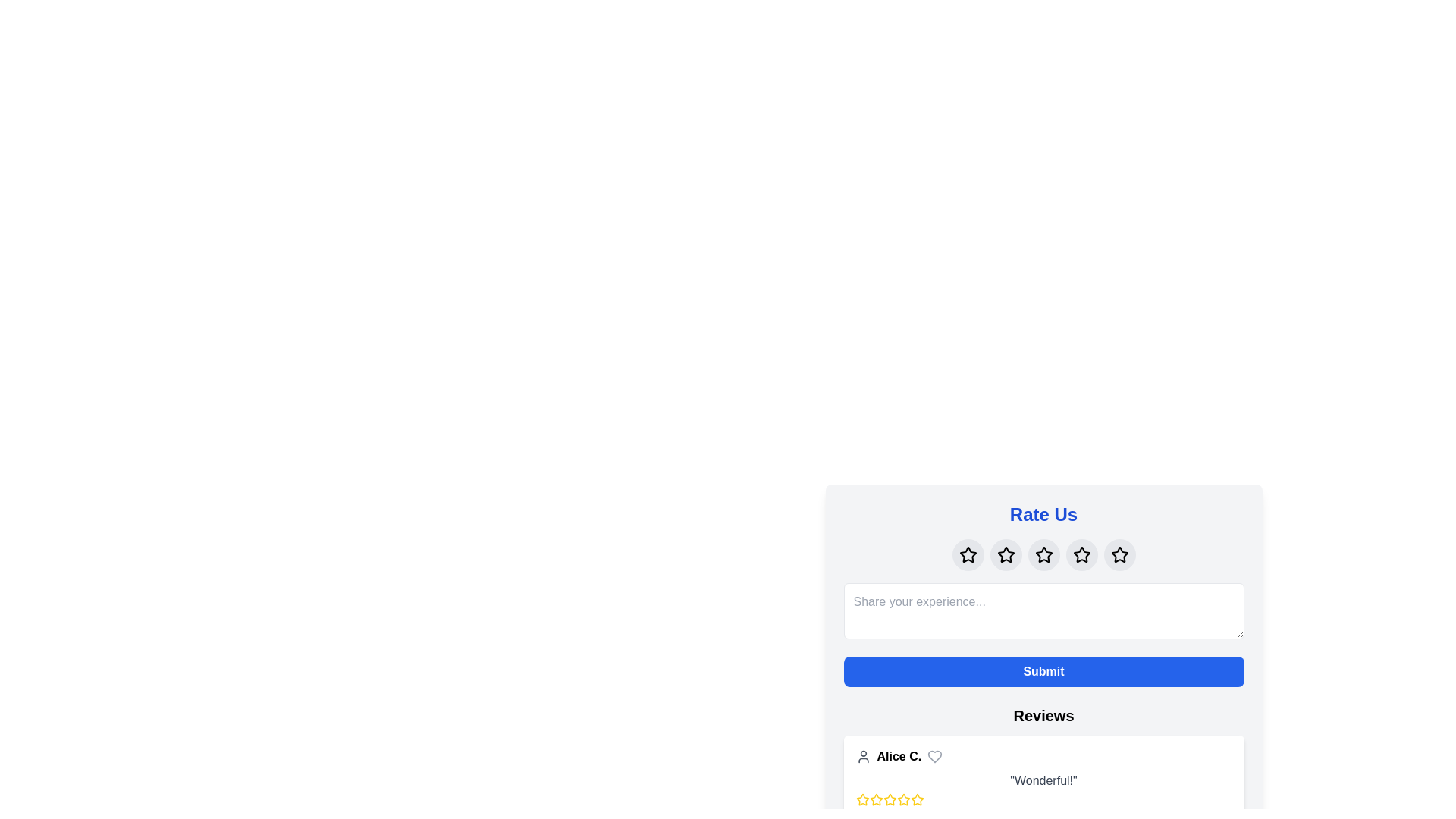 The image size is (1456, 819). Describe the element at coordinates (889, 798) in the screenshot. I see `the first star-shaped icon, outlined in yellow and filled with white, located below the reviewer 'Alice C.' to interact and possibly alter the rating` at that location.